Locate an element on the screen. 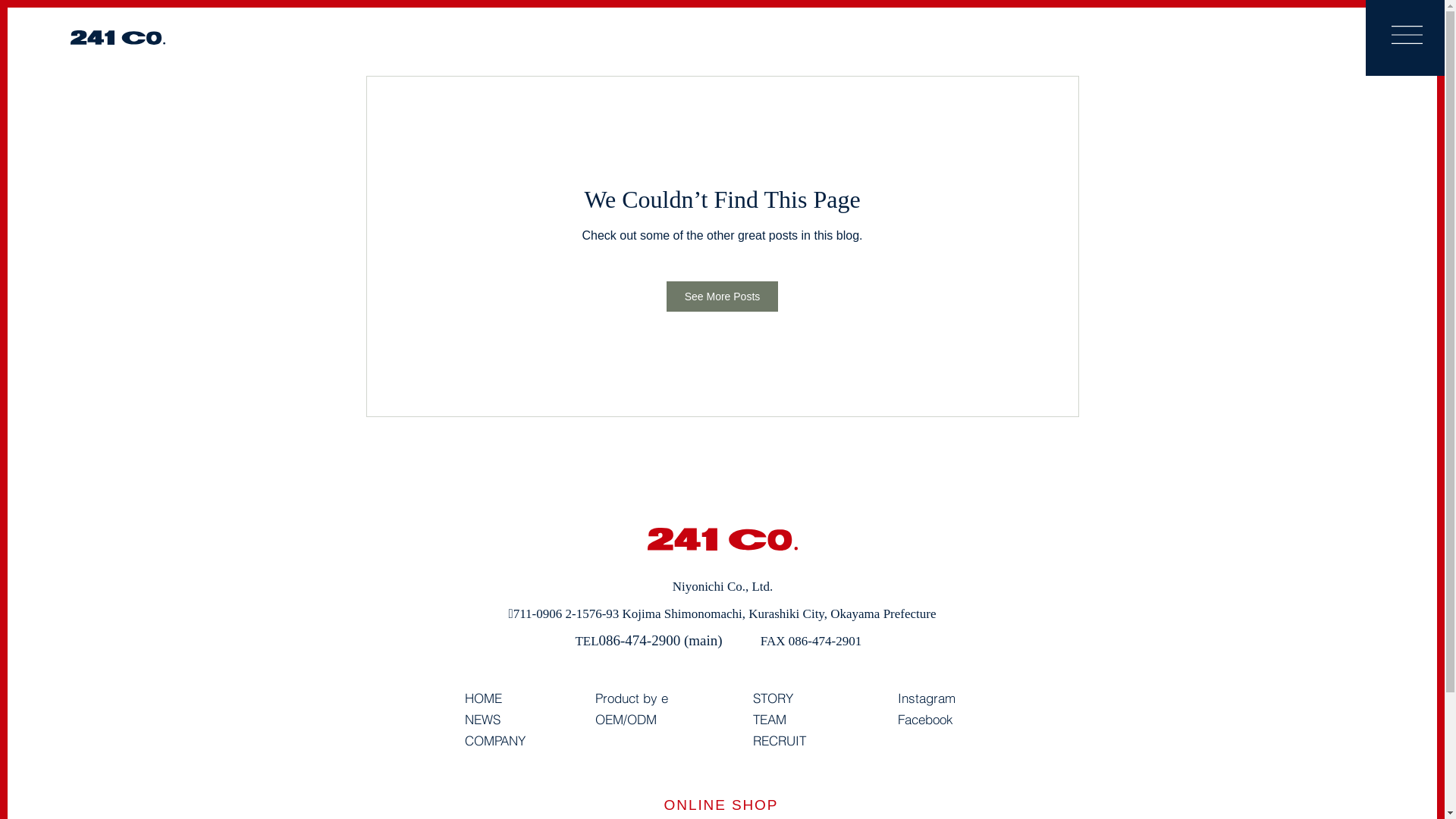 The width and height of the screenshot is (1456, 819). 'COMPANY' is located at coordinates (463, 740).